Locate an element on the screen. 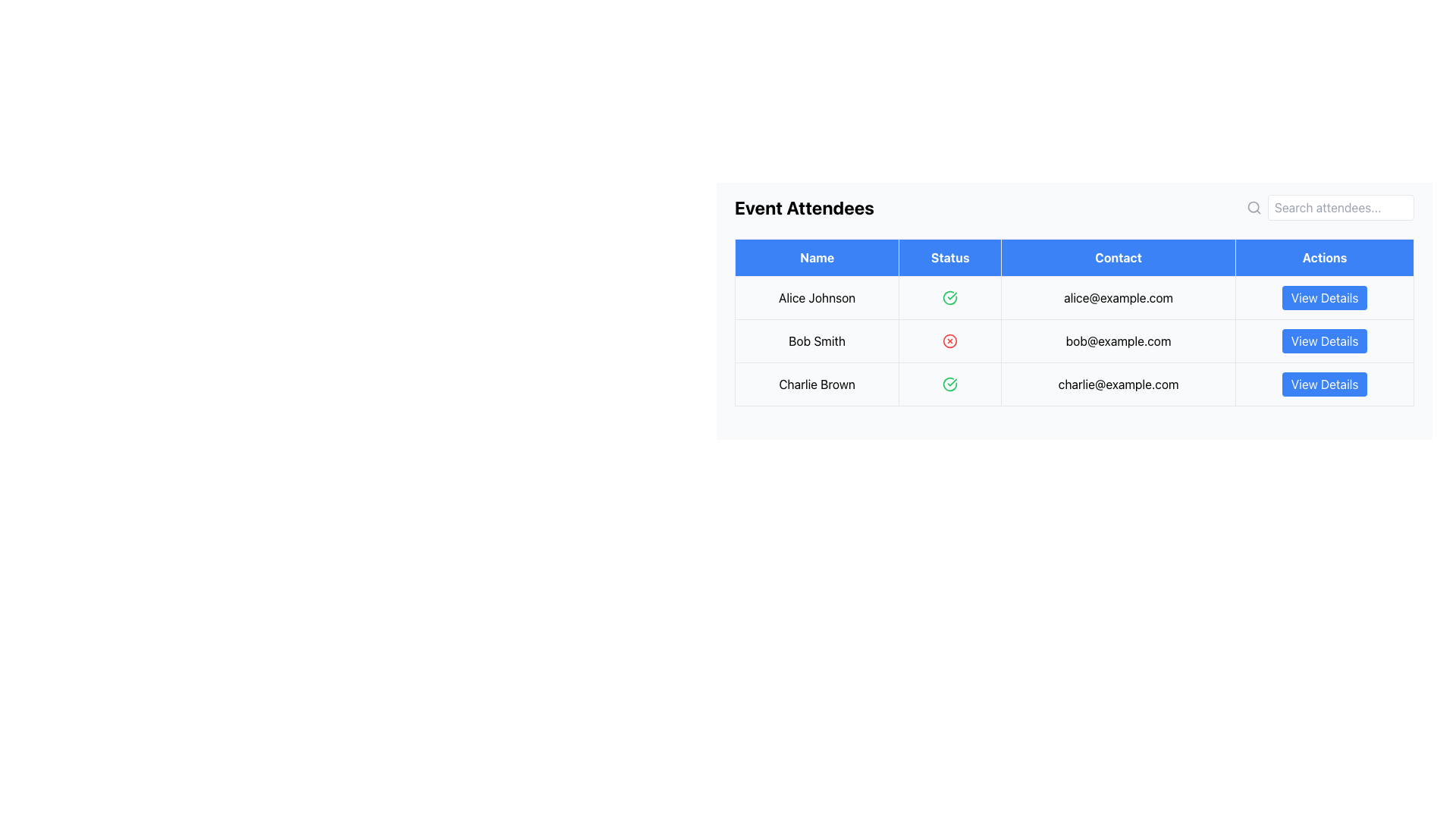 The image size is (1456, 819). the blue button labeled 'View Details' that is the third button in the 'Actions' column of the table aligned with 'Charlie Brown' is located at coordinates (1324, 383).